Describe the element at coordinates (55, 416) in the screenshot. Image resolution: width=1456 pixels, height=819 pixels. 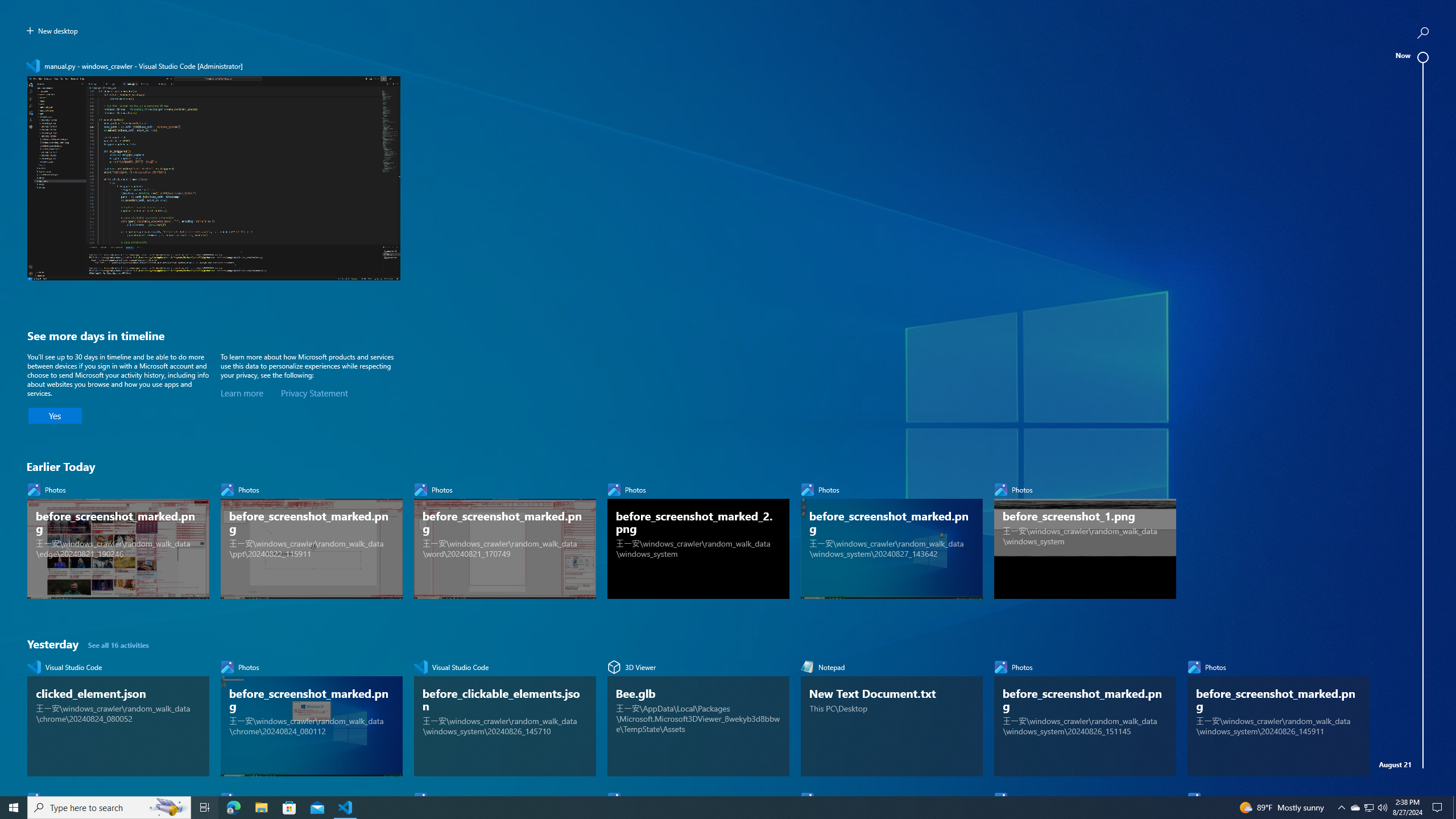
I see `'Yes'` at that location.